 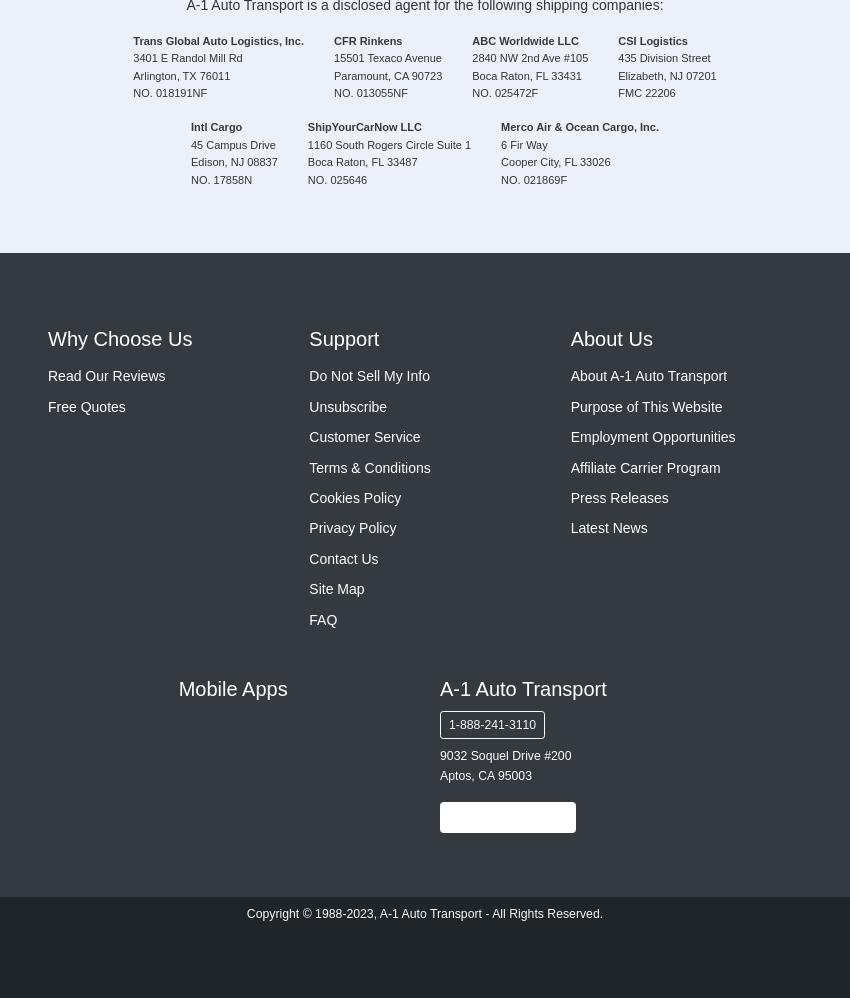 I want to click on 'Unsubscribe', so click(x=346, y=405).